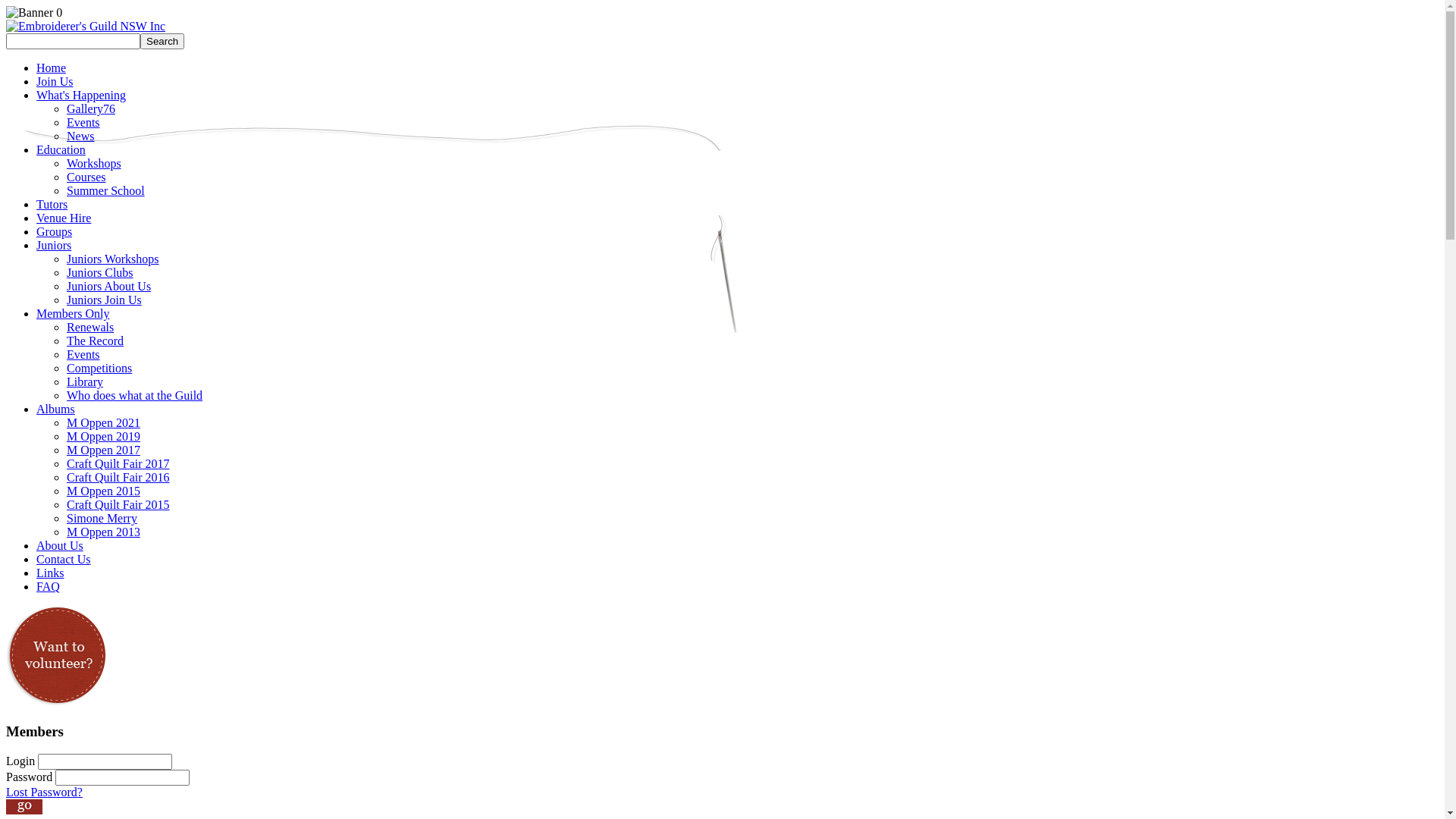 The width and height of the screenshot is (1456, 819). What do you see at coordinates (111, 258) in the screenshot?
I see `'Juniors Workshops'` at bounding box center [111, 258].